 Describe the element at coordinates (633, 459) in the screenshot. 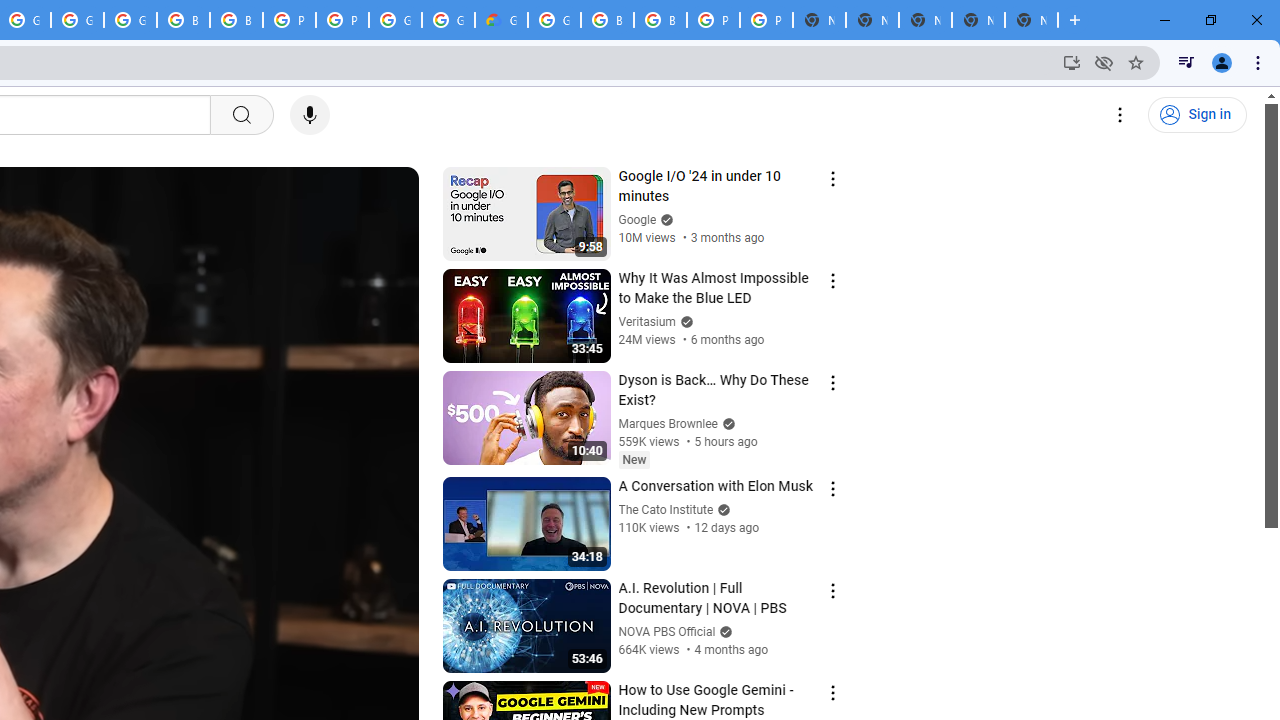

I see `'New'` at that location.